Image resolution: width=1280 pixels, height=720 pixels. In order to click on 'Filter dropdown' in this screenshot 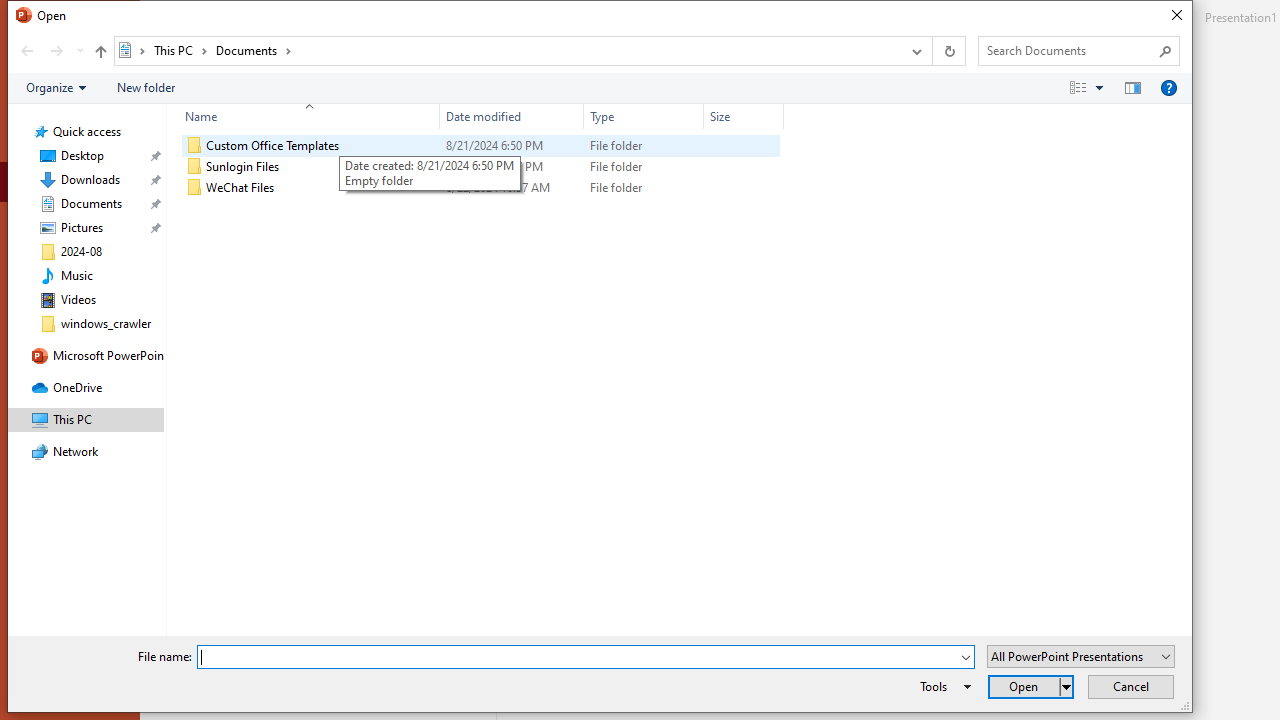, I will do `click(774, 116)`.